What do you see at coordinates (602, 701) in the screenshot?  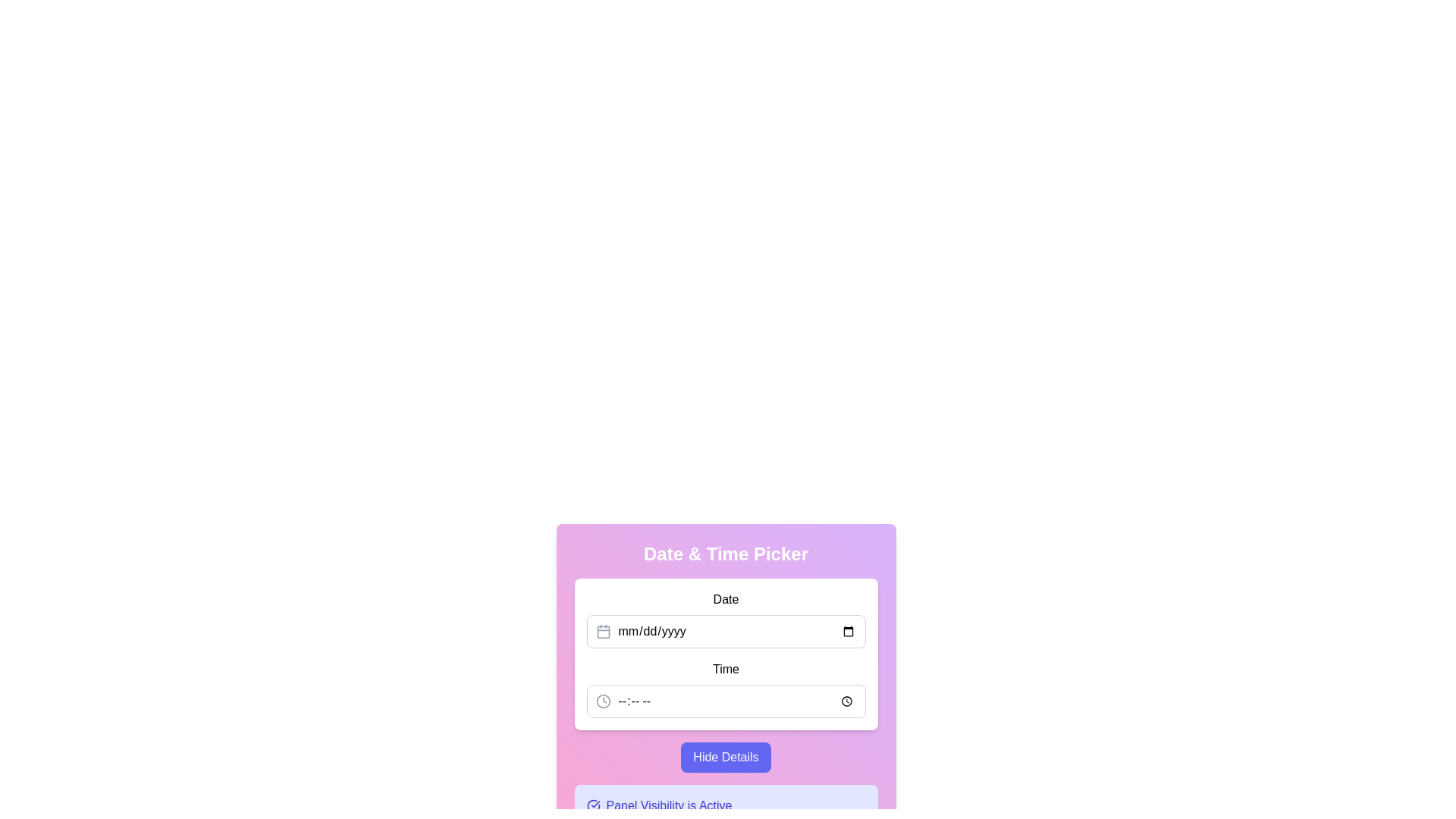 I see `the circle graphical component that visually represents the clock icon in the 'Date & Time Picker' section, located in the second row labeled 'Time'` at bounding box center [602, 701].